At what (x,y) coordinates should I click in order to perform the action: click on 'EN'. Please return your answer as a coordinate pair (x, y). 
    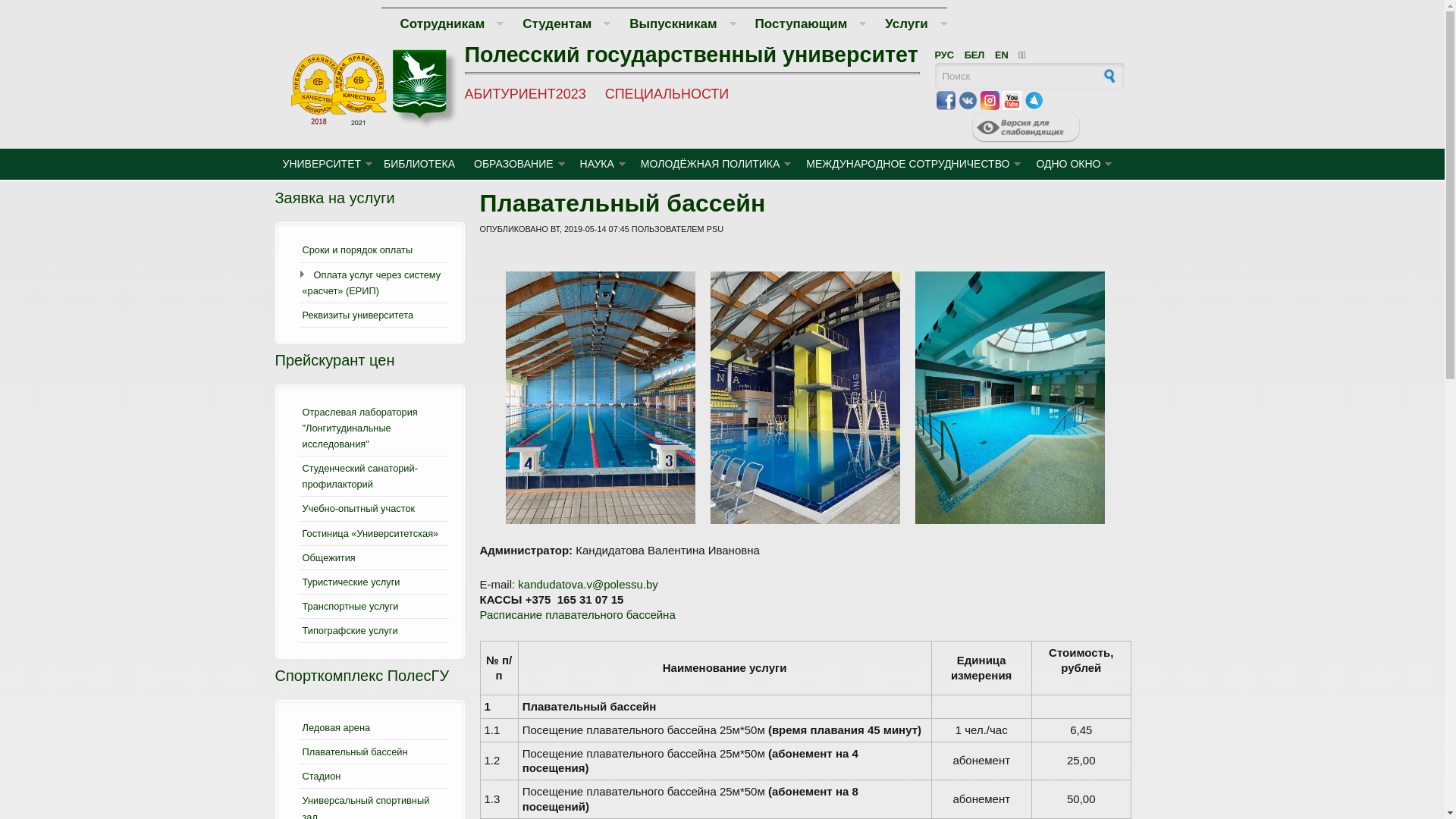
    Looking at the image, I should click on (1001, 54).